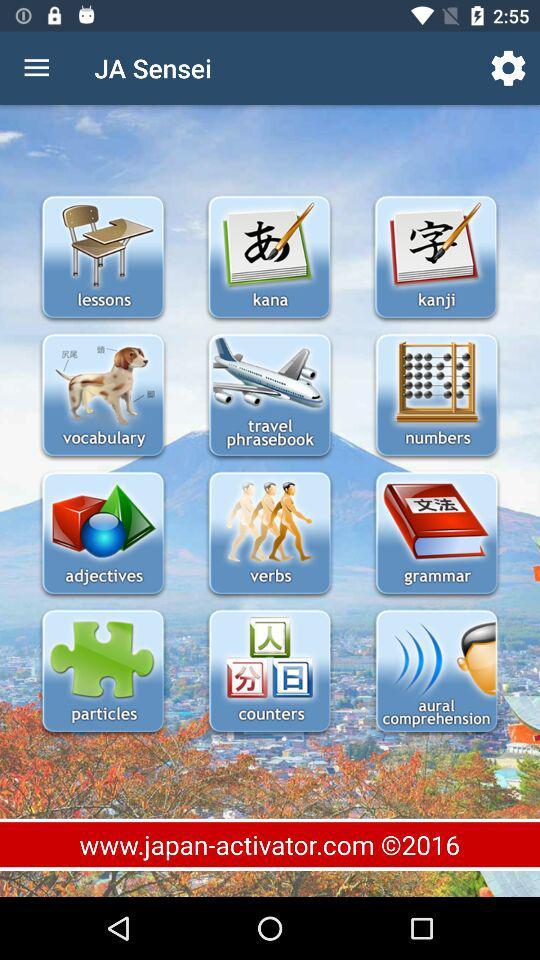 This screenshot has width=540, height=960. I want to click on numbers, so click(435, 396).